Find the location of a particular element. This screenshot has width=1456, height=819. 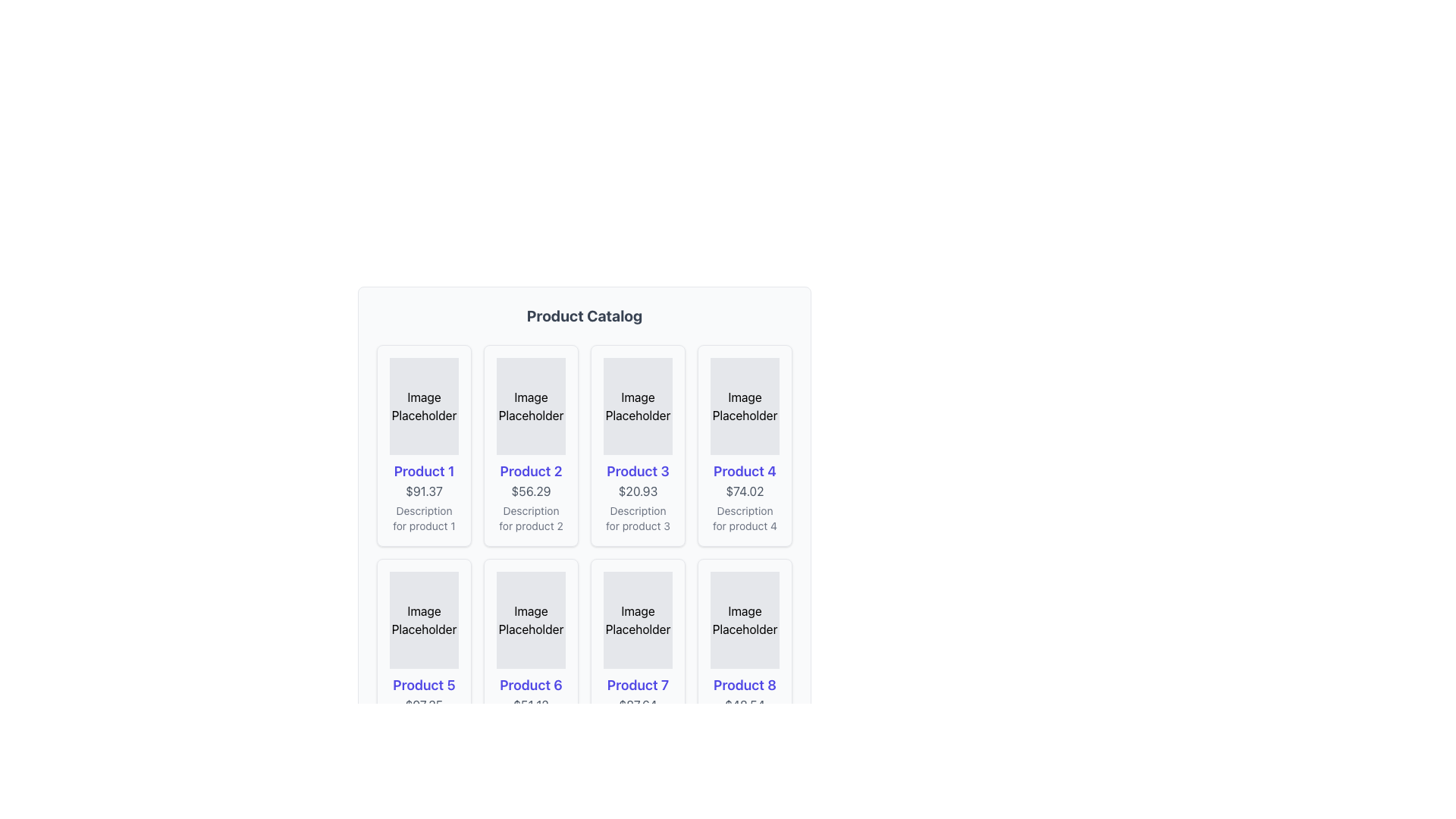

the Text Label displaying the product name, located below the placeholder image and above the price text '$51.12' in the card layout is located at coordinates (531, 685).